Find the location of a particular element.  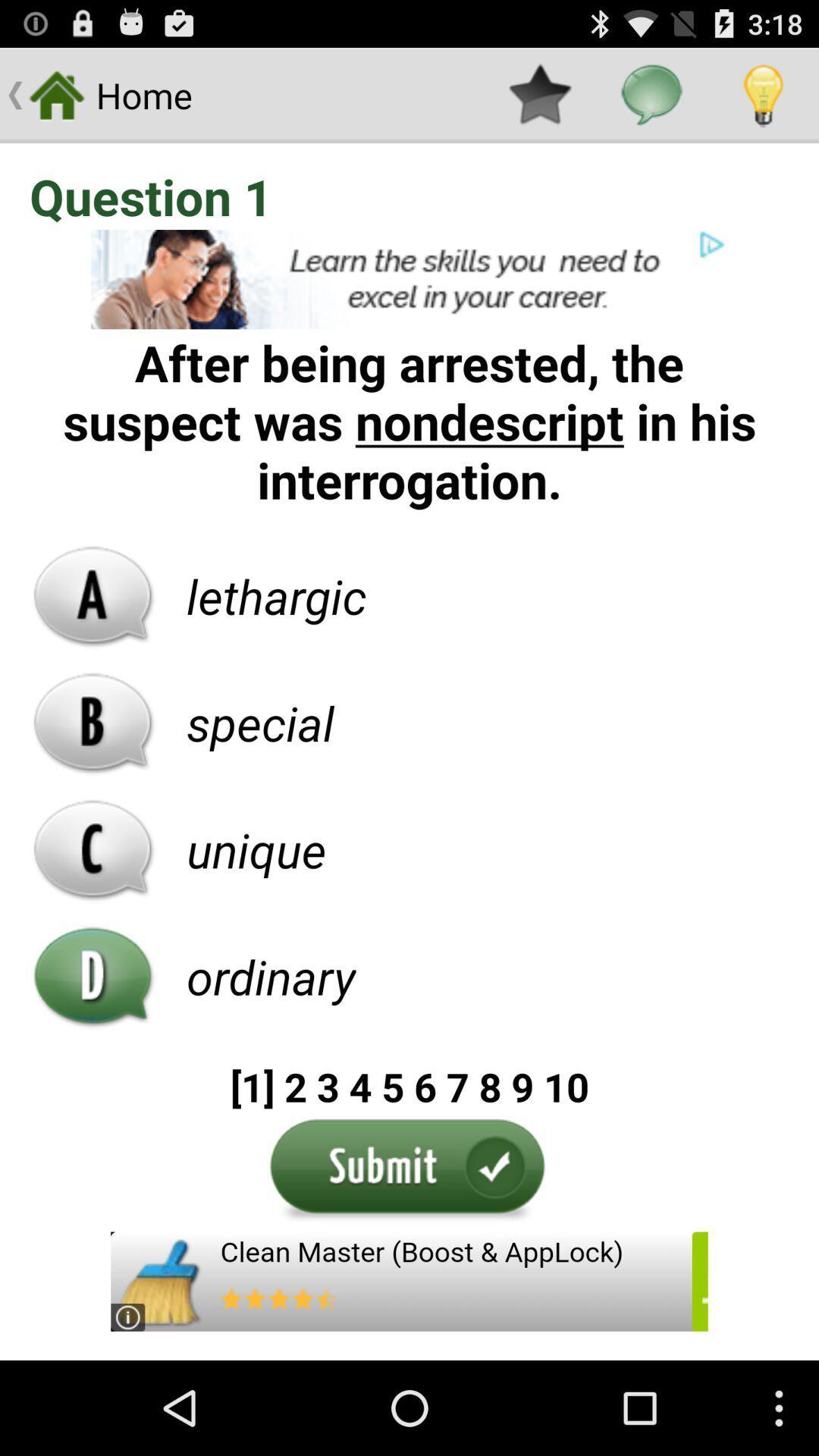

icon left to lethargic is located at coordinates (93, 595).